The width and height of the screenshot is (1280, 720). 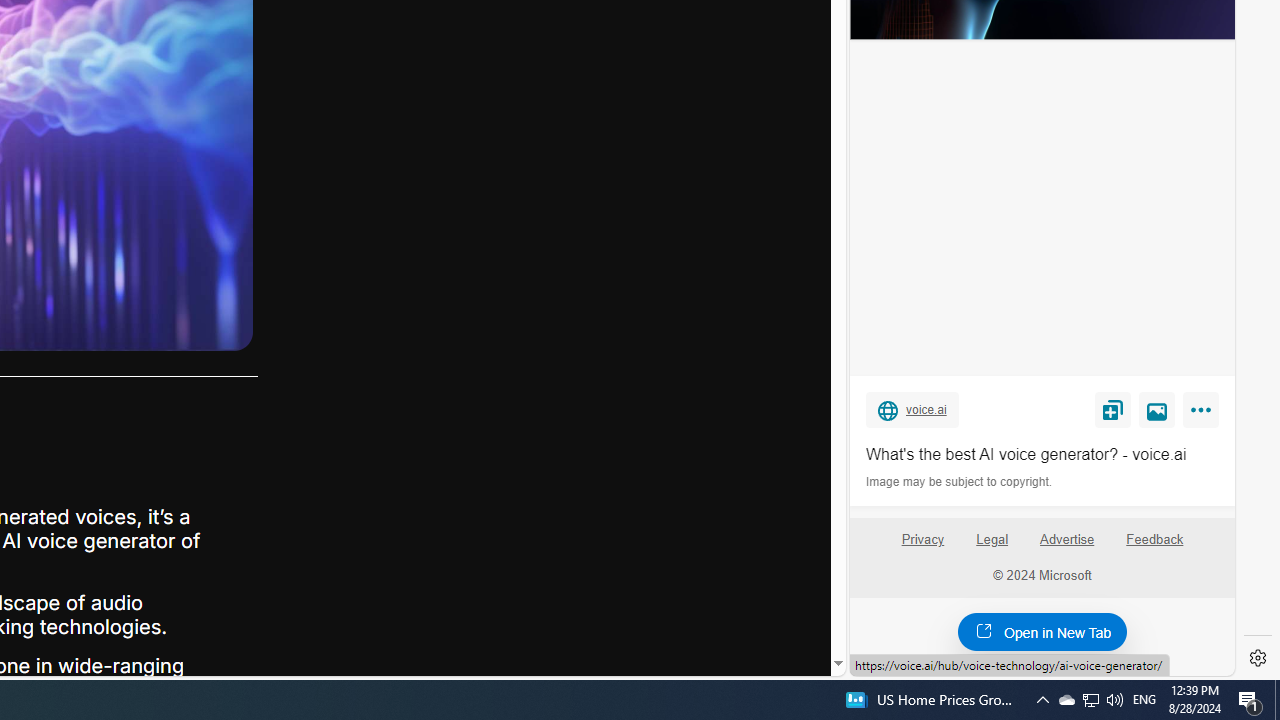 I want to click on 'More', so click(x=1203, y=412).